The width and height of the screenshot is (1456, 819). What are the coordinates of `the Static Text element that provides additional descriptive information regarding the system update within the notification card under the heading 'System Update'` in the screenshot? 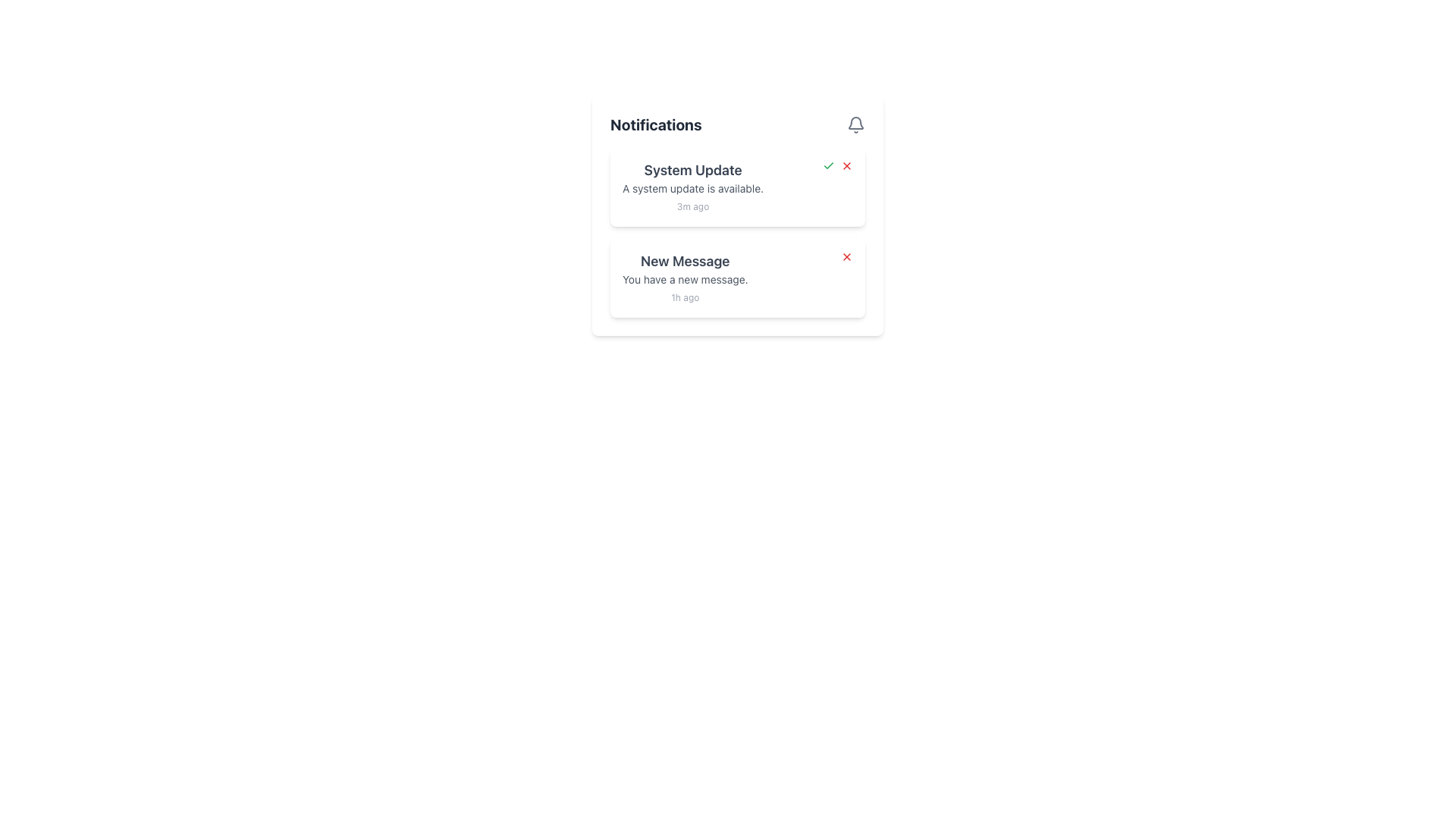 It's located at (692, 188).